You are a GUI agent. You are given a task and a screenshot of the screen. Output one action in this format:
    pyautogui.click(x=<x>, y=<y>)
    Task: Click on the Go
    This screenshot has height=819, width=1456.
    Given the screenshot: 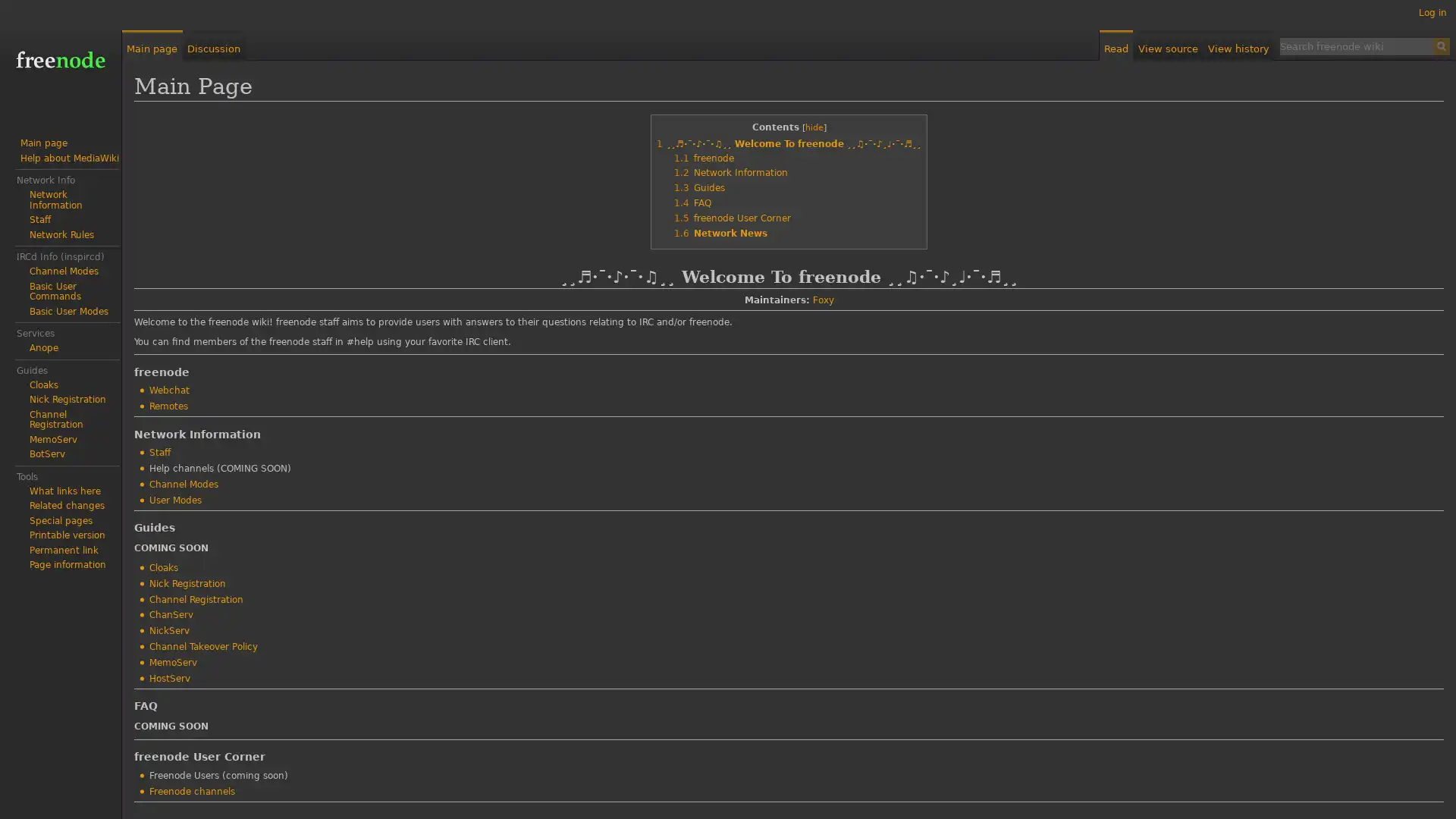 What is the action you would take?
    pyautogui.click(x=1440, y=45)
    